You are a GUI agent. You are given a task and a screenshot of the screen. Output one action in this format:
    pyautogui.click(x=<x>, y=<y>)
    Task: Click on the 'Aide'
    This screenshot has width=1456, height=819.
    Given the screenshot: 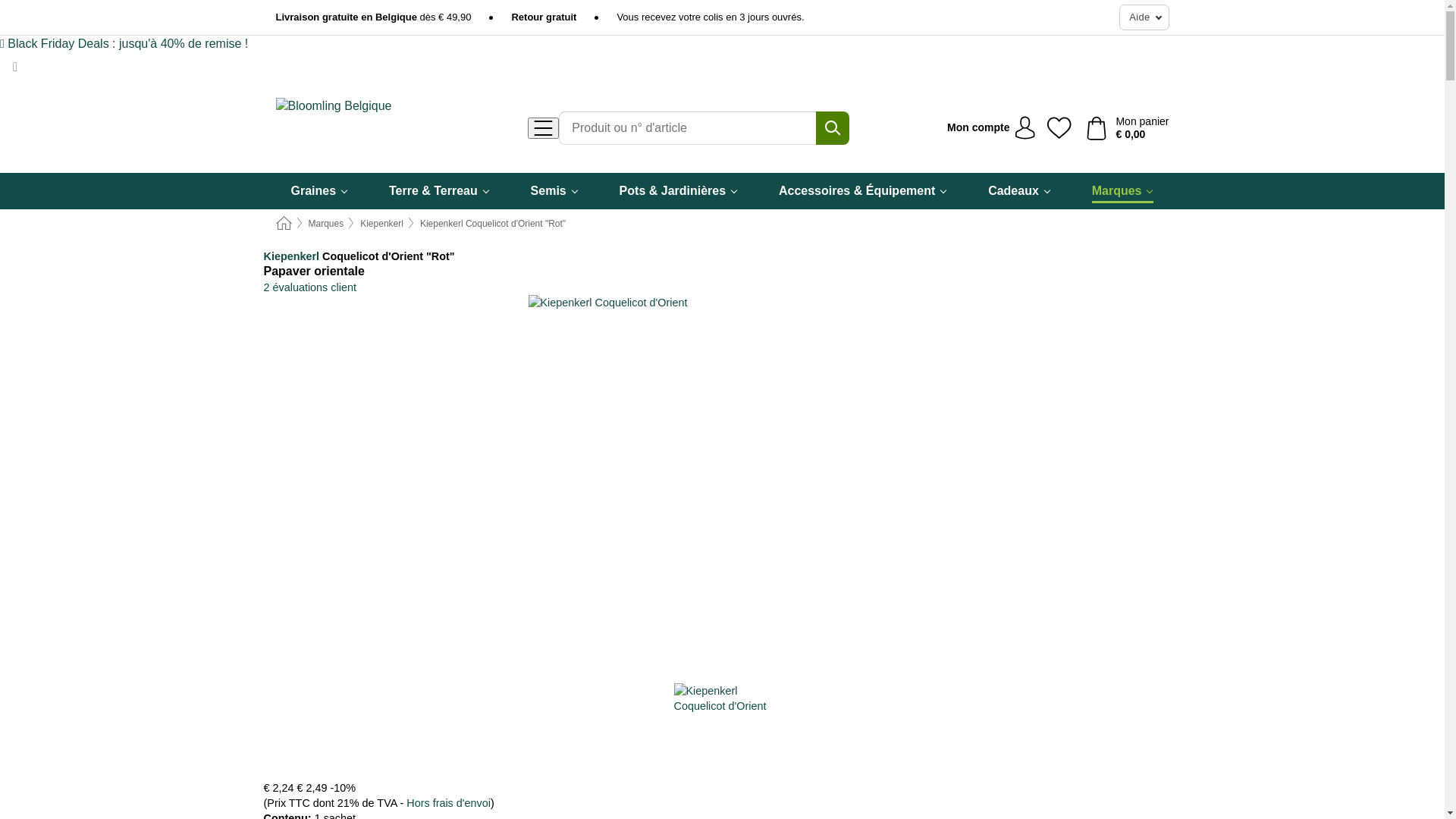 What is the action you would take?
    pyautogui.click(x=1144, y=17)
    